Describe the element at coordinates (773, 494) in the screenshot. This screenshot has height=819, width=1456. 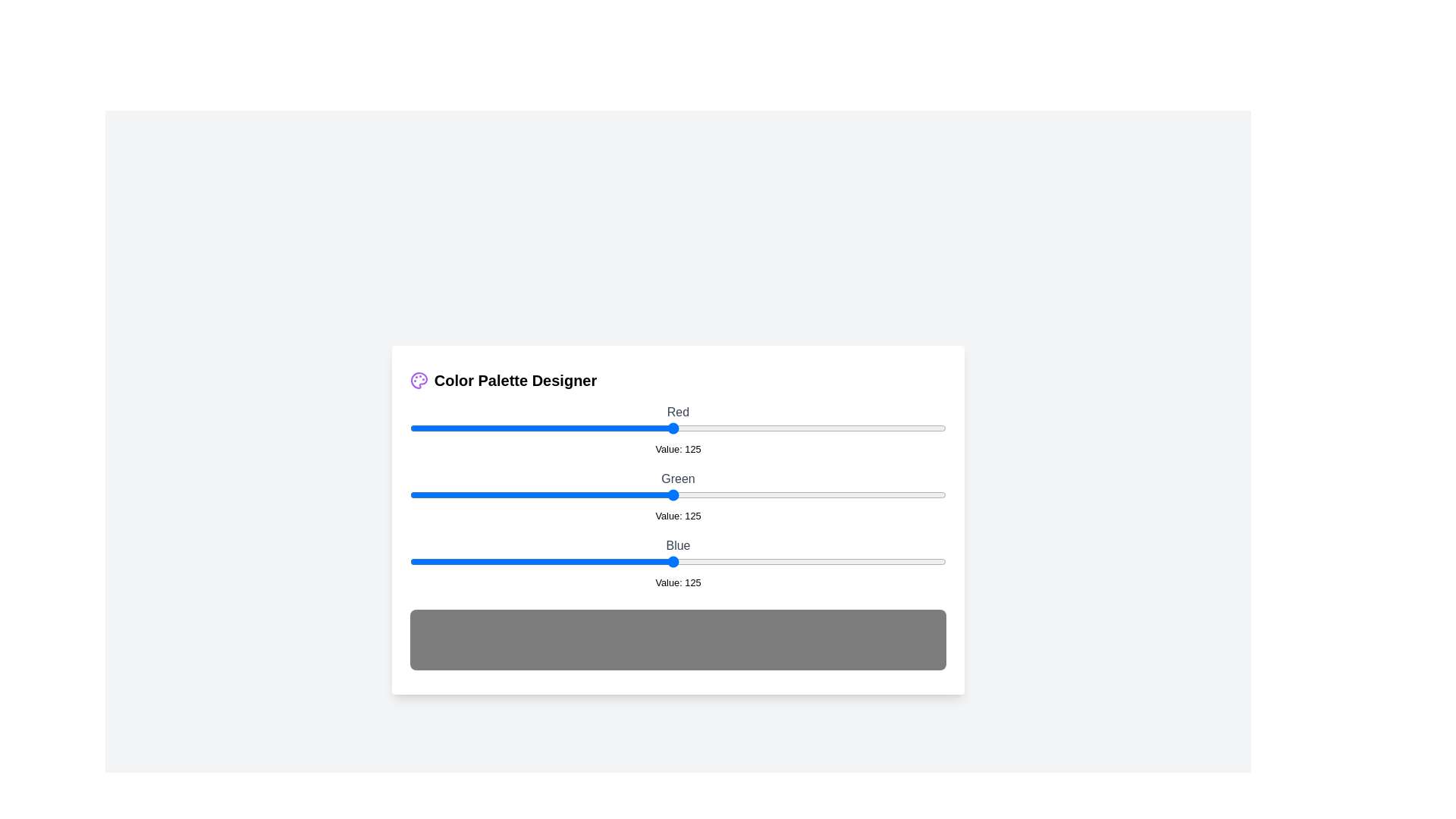
I see `the 1 slider to 173` at that location.